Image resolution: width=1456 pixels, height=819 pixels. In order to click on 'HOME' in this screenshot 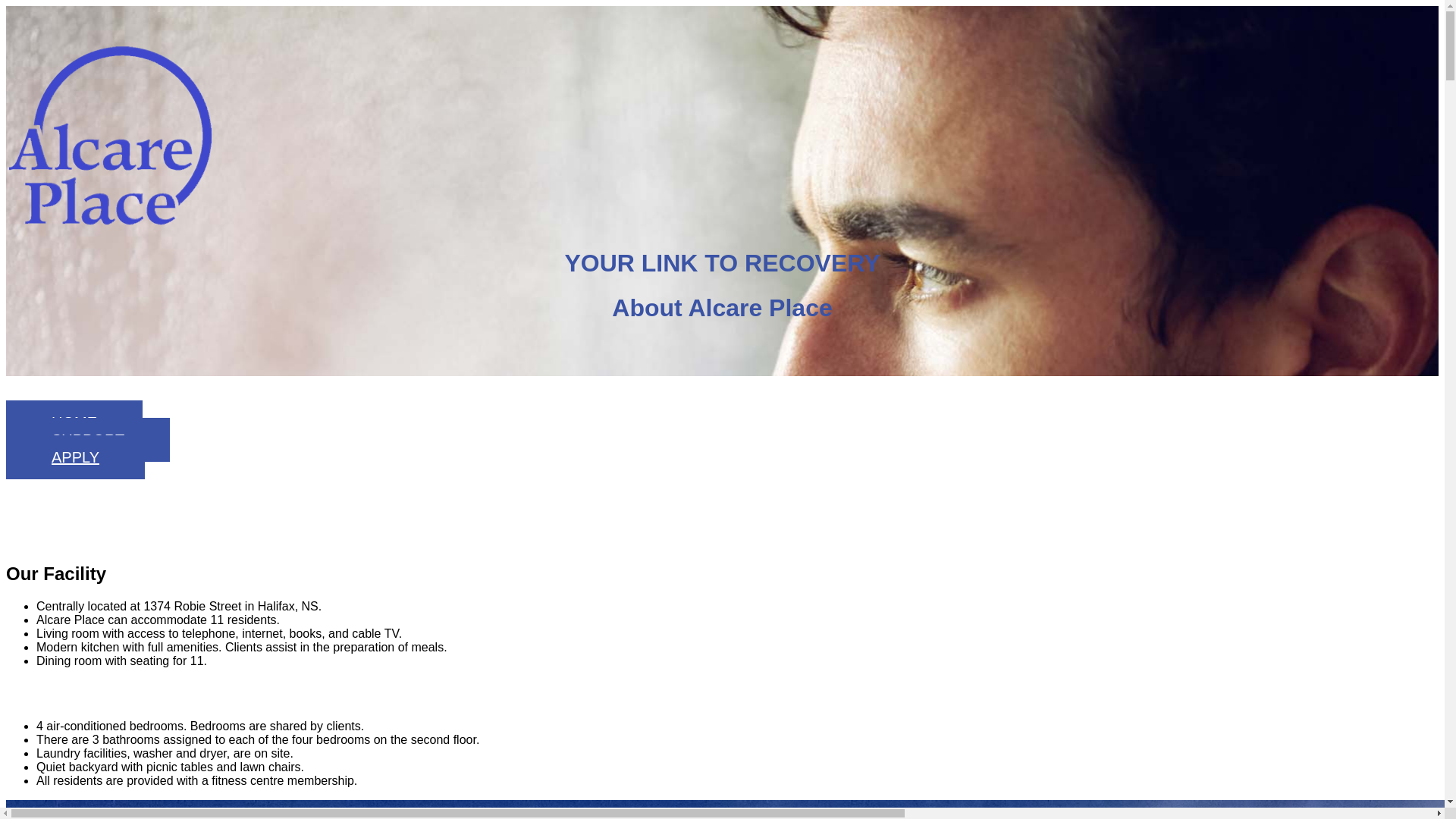, I will do `click(73, 422)`.